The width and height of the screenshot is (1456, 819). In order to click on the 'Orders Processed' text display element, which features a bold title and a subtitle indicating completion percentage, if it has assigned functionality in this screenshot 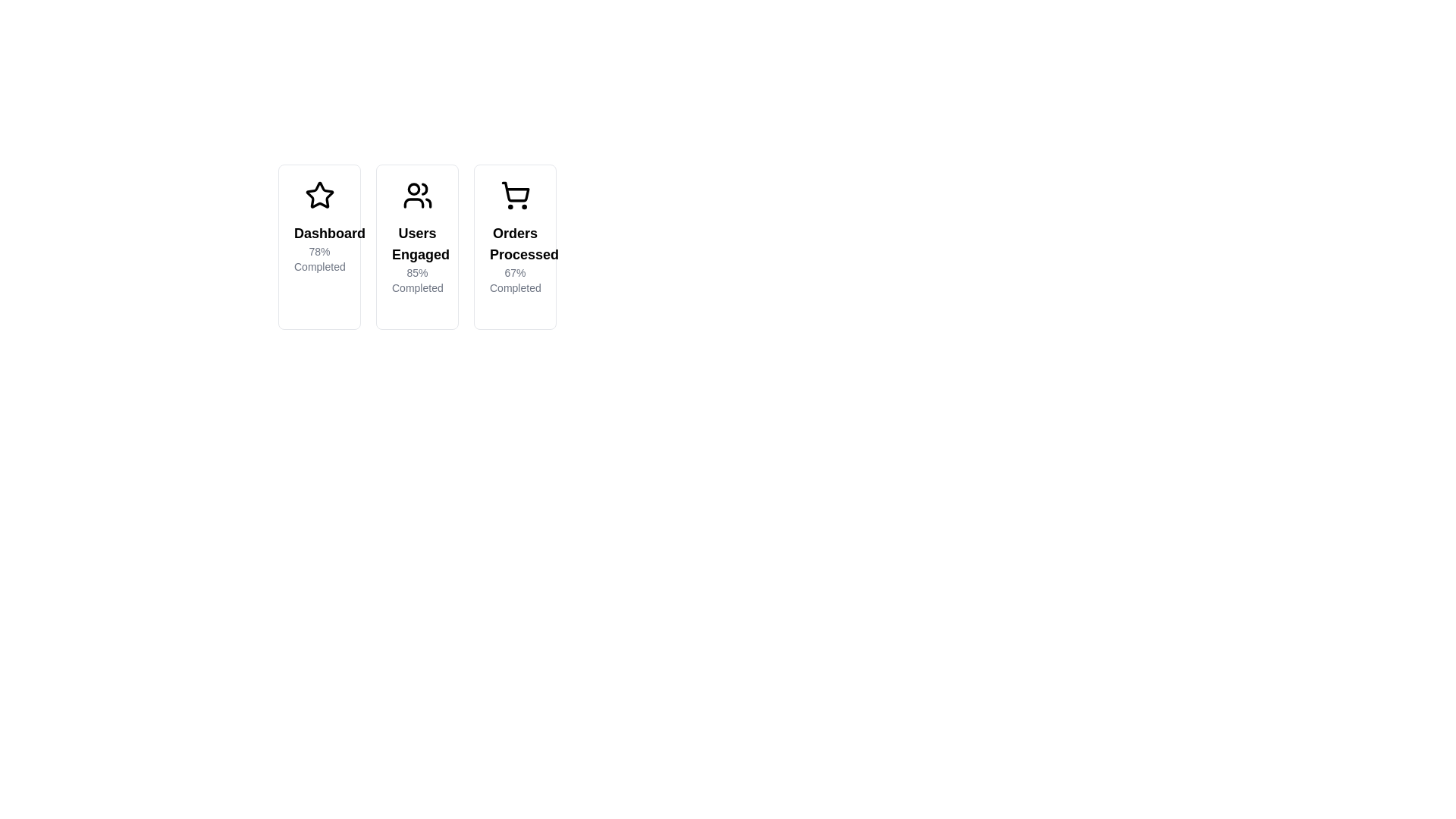, I will do `click(515, 259)`.